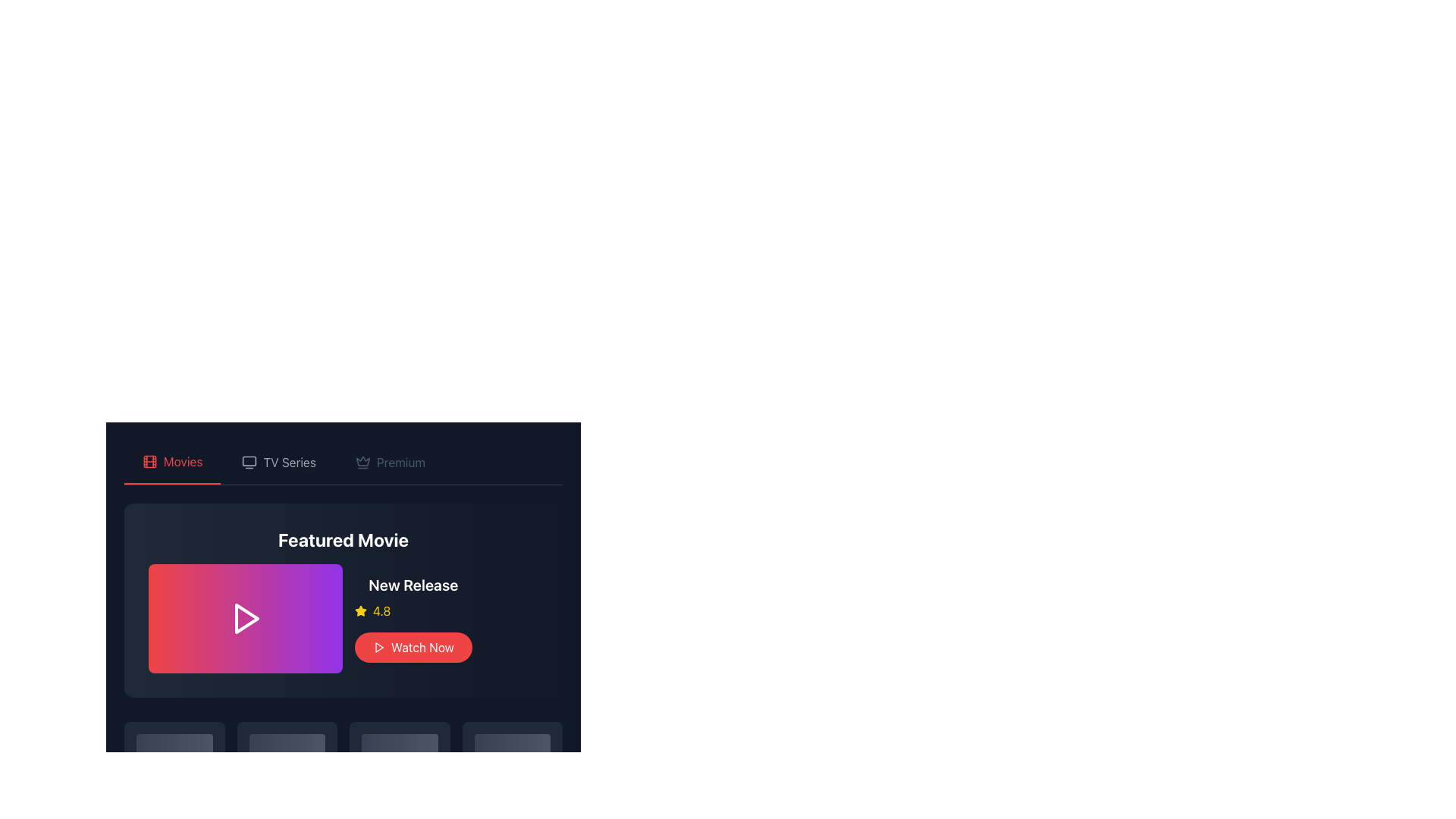 This screenshot has width=1456, height=819. What do you see at coordinates (359, 610) in the screenshot?
I see `the star icon indicating a rating of 4.8, located below the 'New Release' section in the featured content listing` at bounding box center [359, 610].